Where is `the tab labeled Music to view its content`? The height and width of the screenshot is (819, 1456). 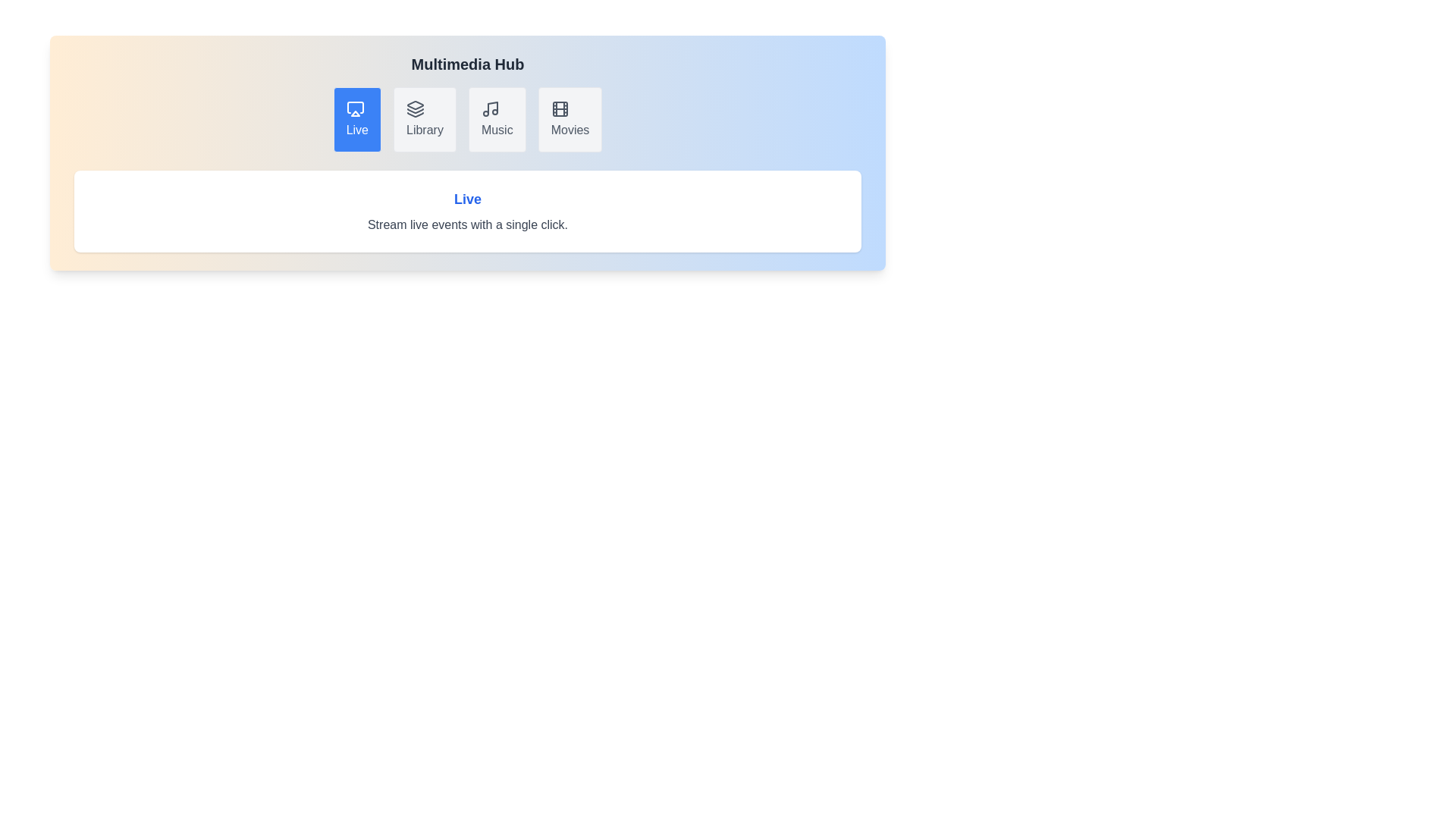
the tab labeled Music to view its content is located at coordinates (496, 119).